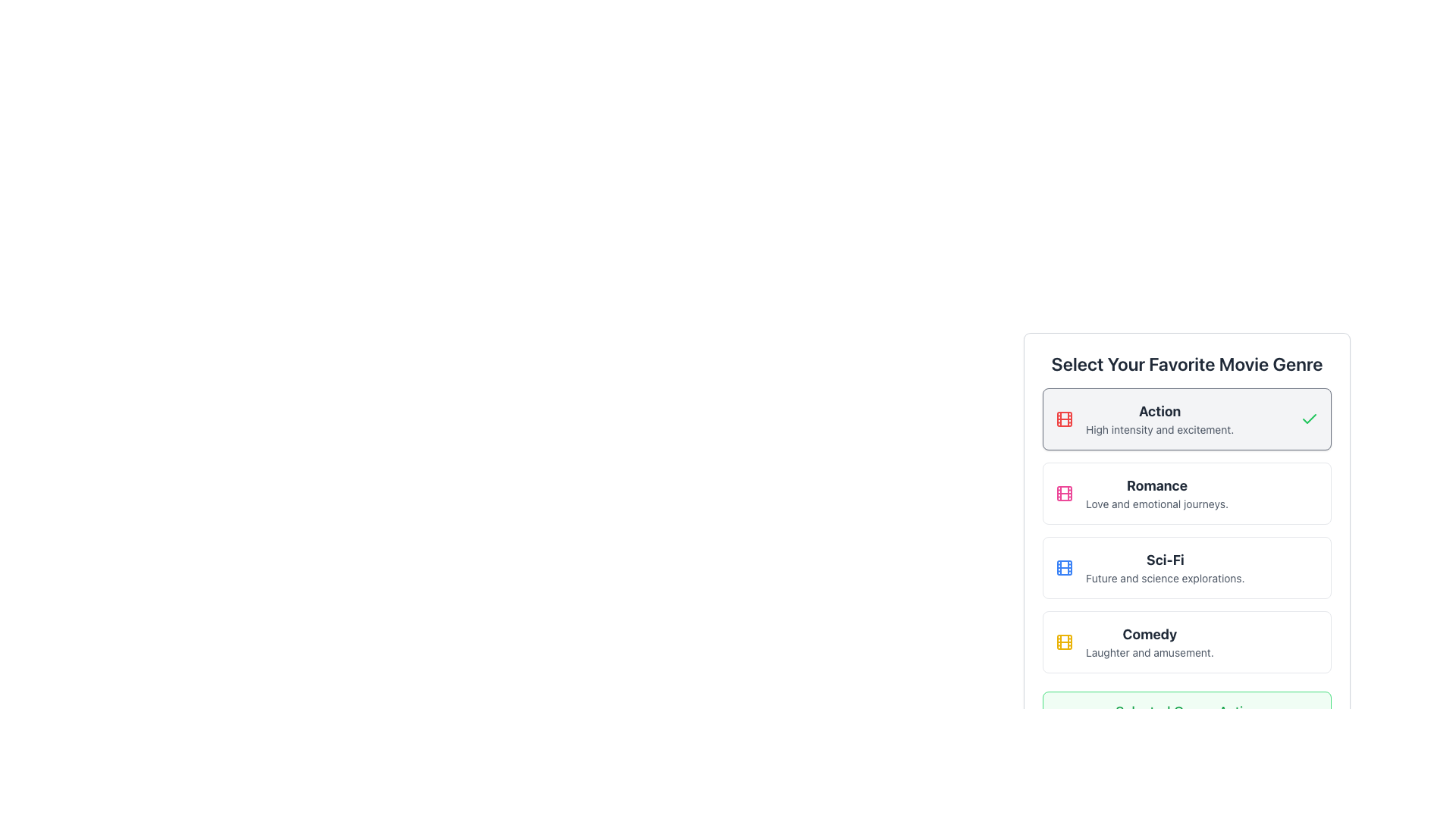 This screenshot has width=1456, height=819. Describe the element at coordinates (1164, 560) in the screenshot. I see `the 'Sci-Fi' genre text label, which is the third item in a vertical list of movie genres, located between 'Romance' and 'Comedy'` at that location.